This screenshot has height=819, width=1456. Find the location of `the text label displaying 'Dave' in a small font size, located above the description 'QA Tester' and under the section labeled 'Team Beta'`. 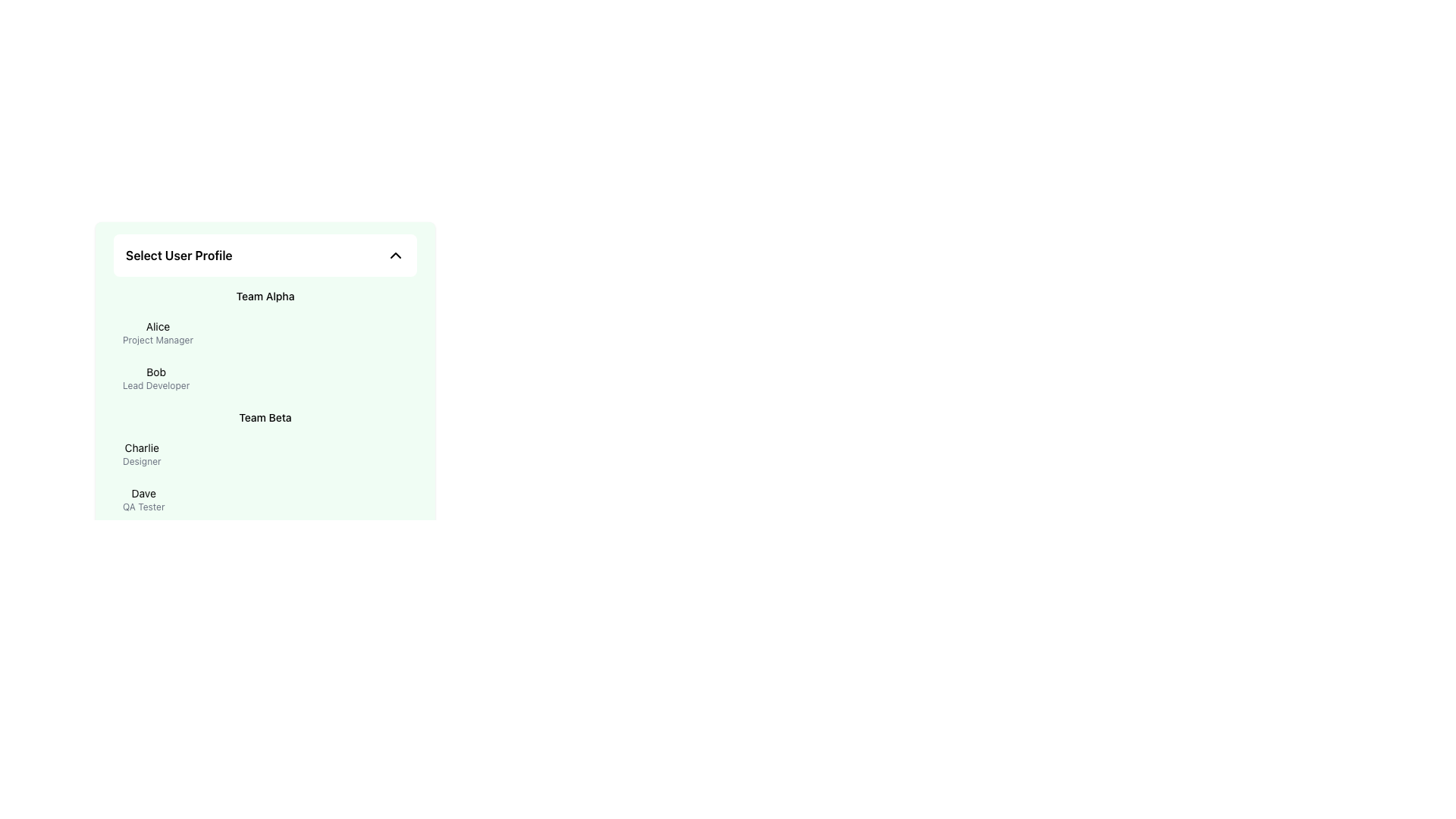

the text label displaying 'Dave' in a small font size, located above the description 'QA Tester' and under the section labeled 'Team Beta' is located at coordinates (143, 494).